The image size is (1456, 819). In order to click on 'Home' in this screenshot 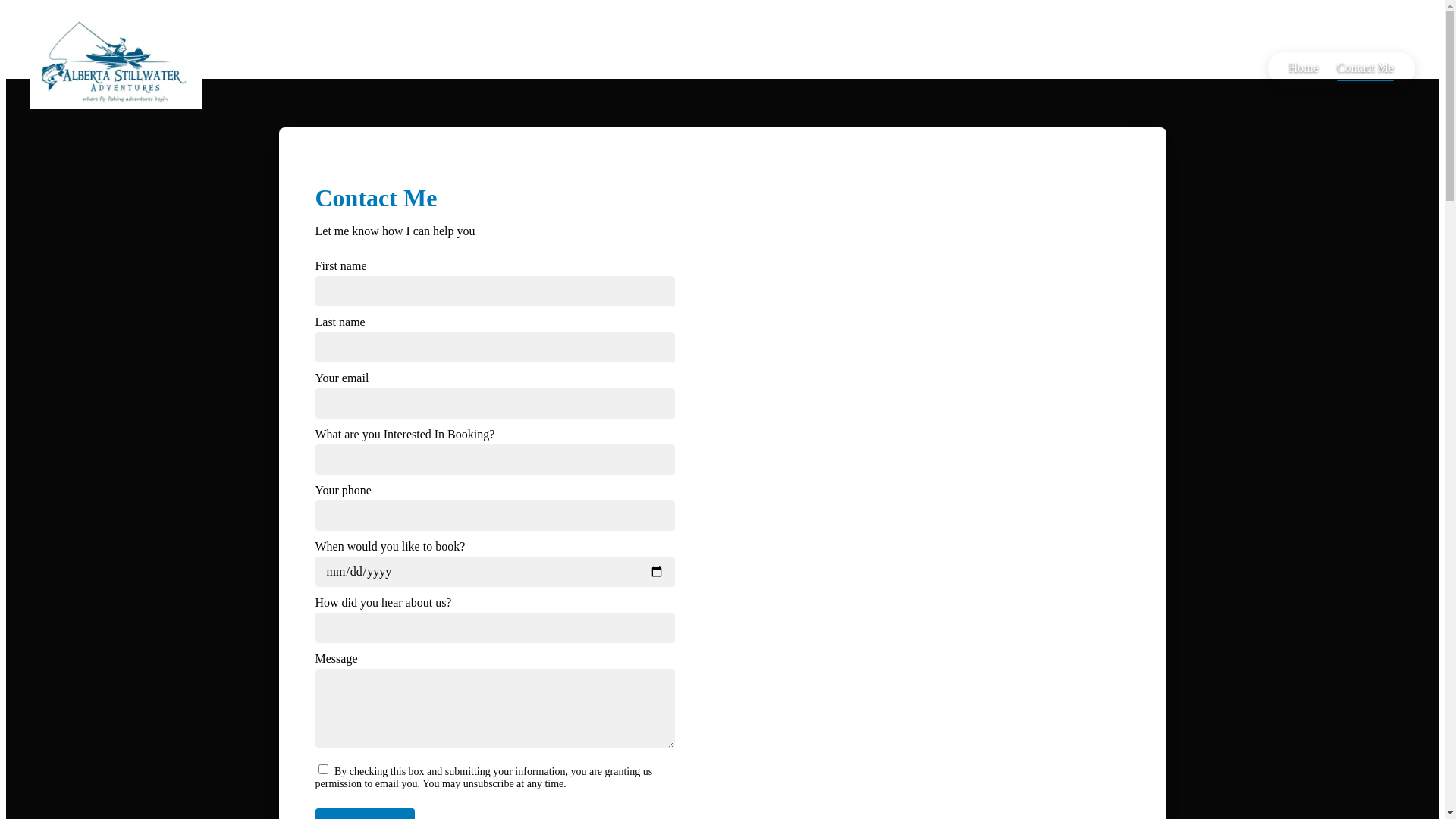, I will do `click(1303, 67)`.